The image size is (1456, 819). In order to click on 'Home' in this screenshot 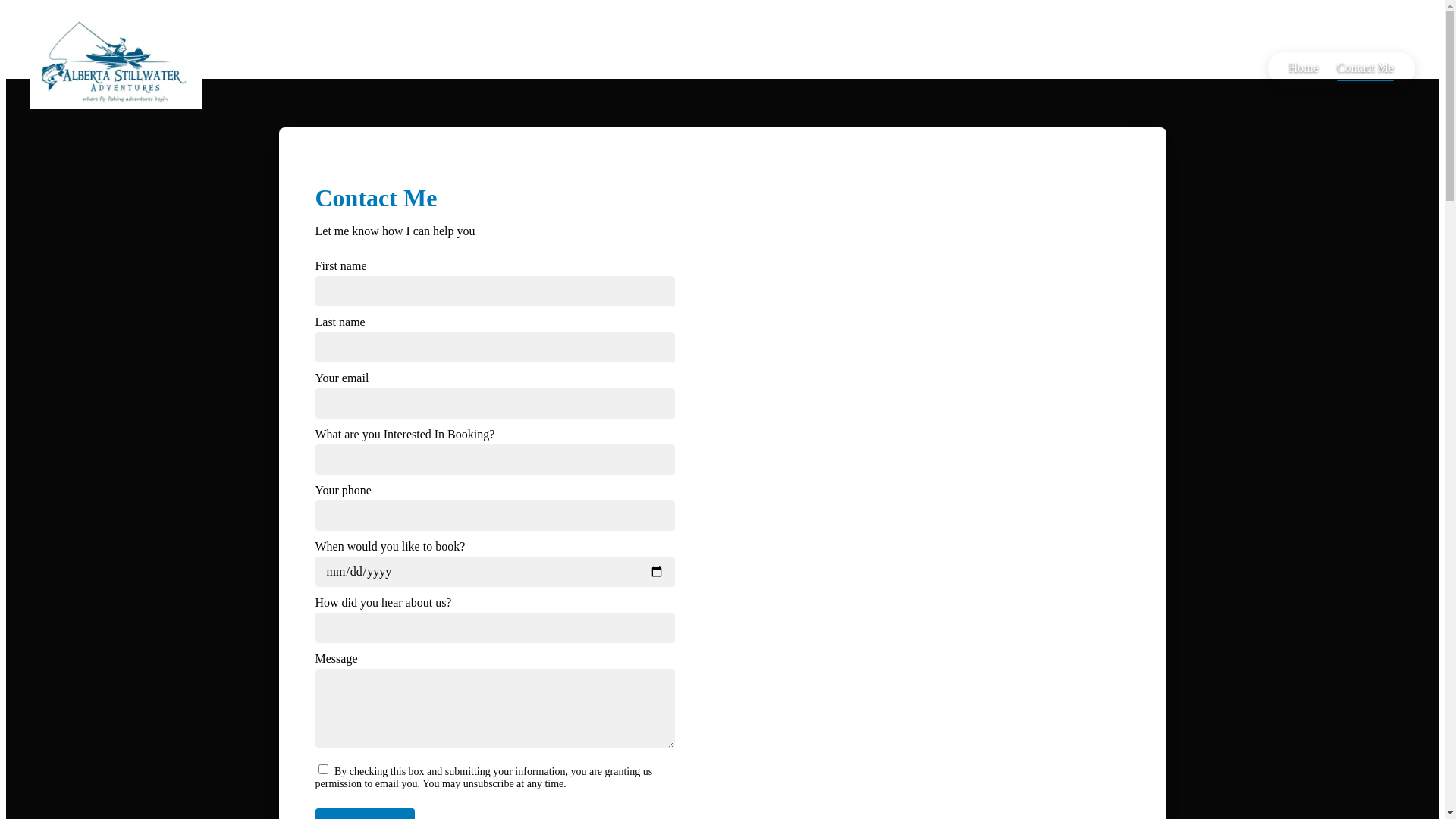, I will do `click(1303, 67)`.